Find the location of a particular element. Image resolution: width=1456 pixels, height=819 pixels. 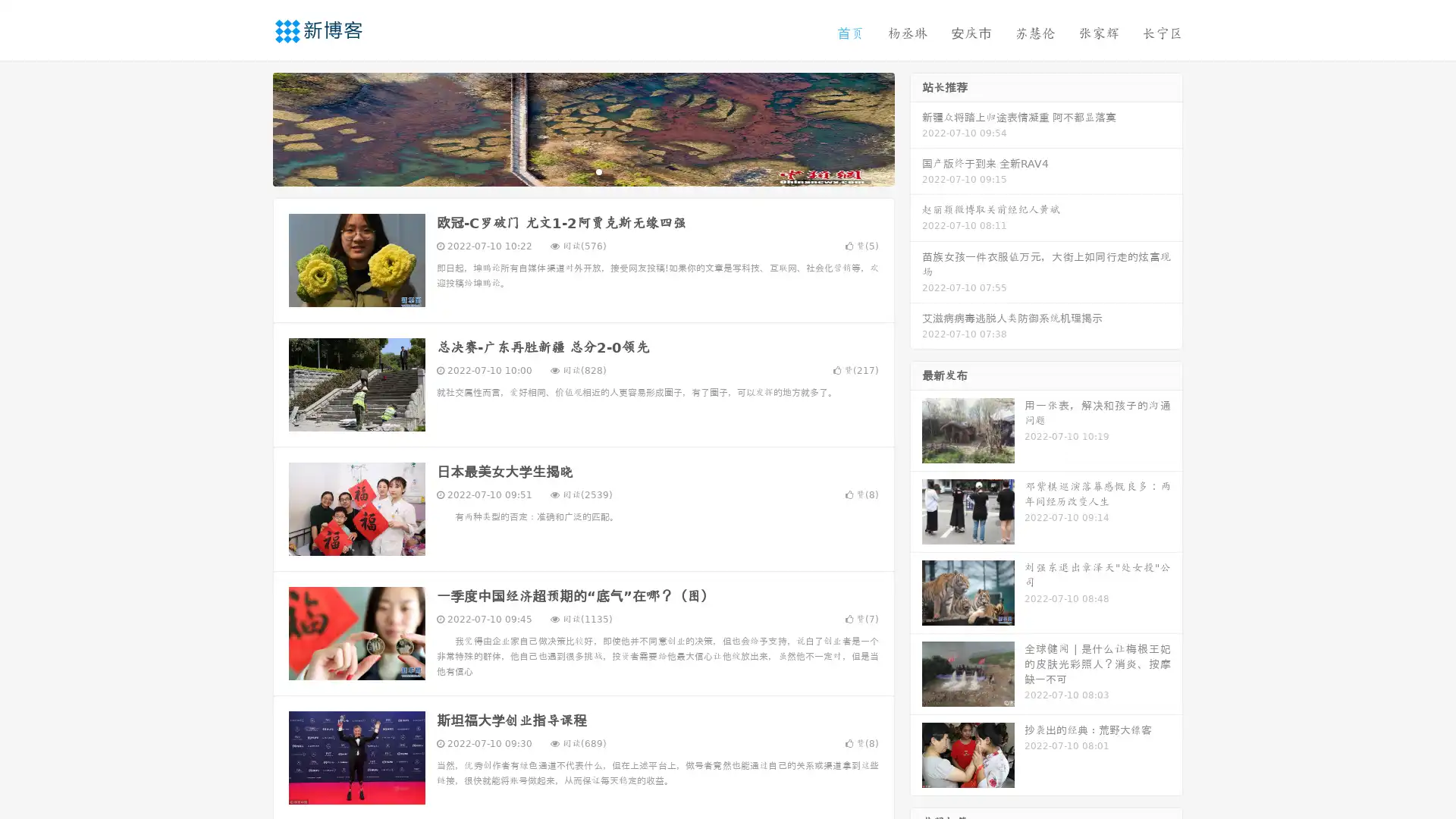

Go to slide 1 is located at coordinates (567, 171).